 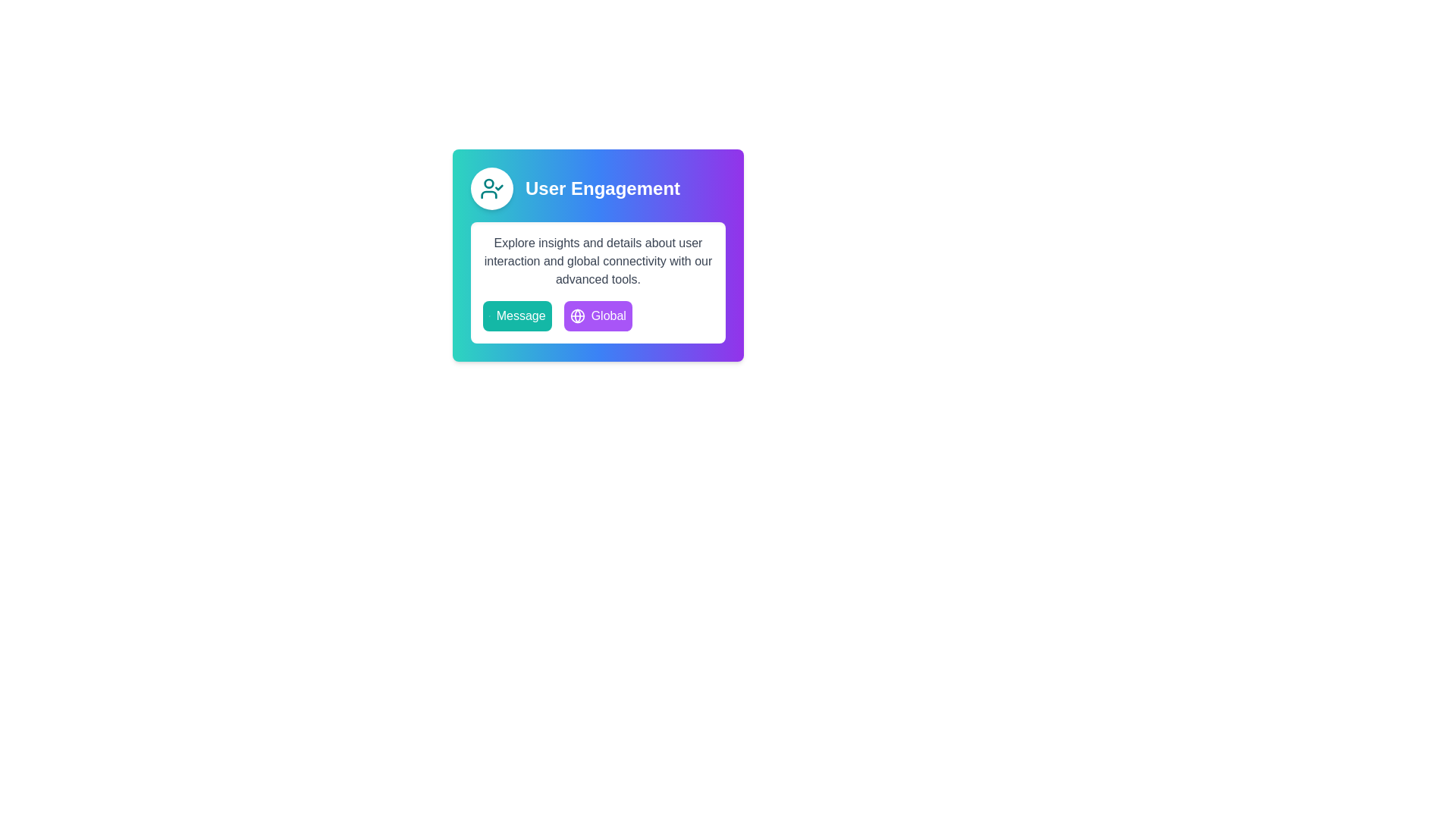 I want to click on the 'Message' button which contains an icon on its left side, sharing the button's teal background, so click(x=489, y=315).